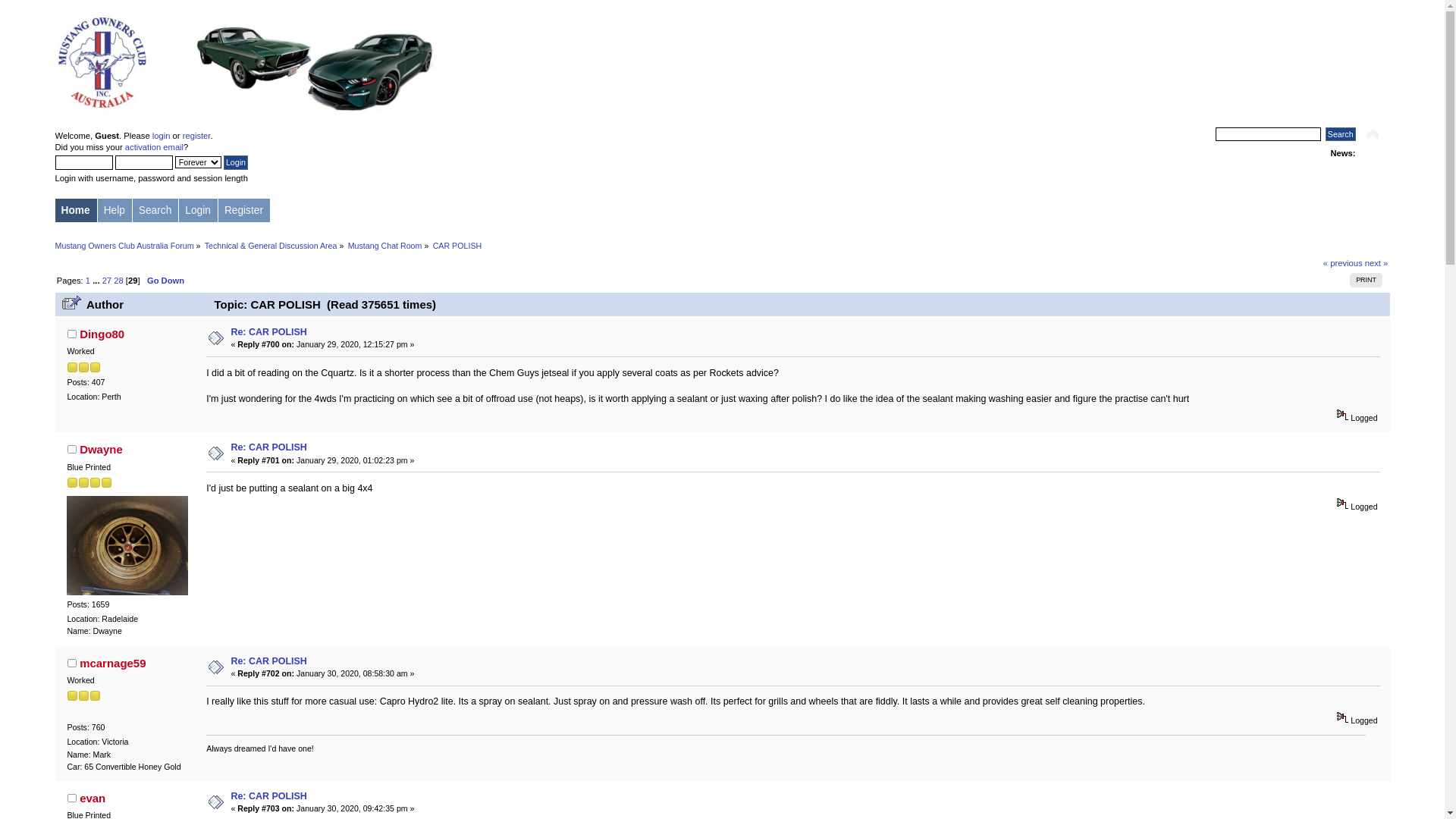  I want to click on 'login', so click(152, 134).